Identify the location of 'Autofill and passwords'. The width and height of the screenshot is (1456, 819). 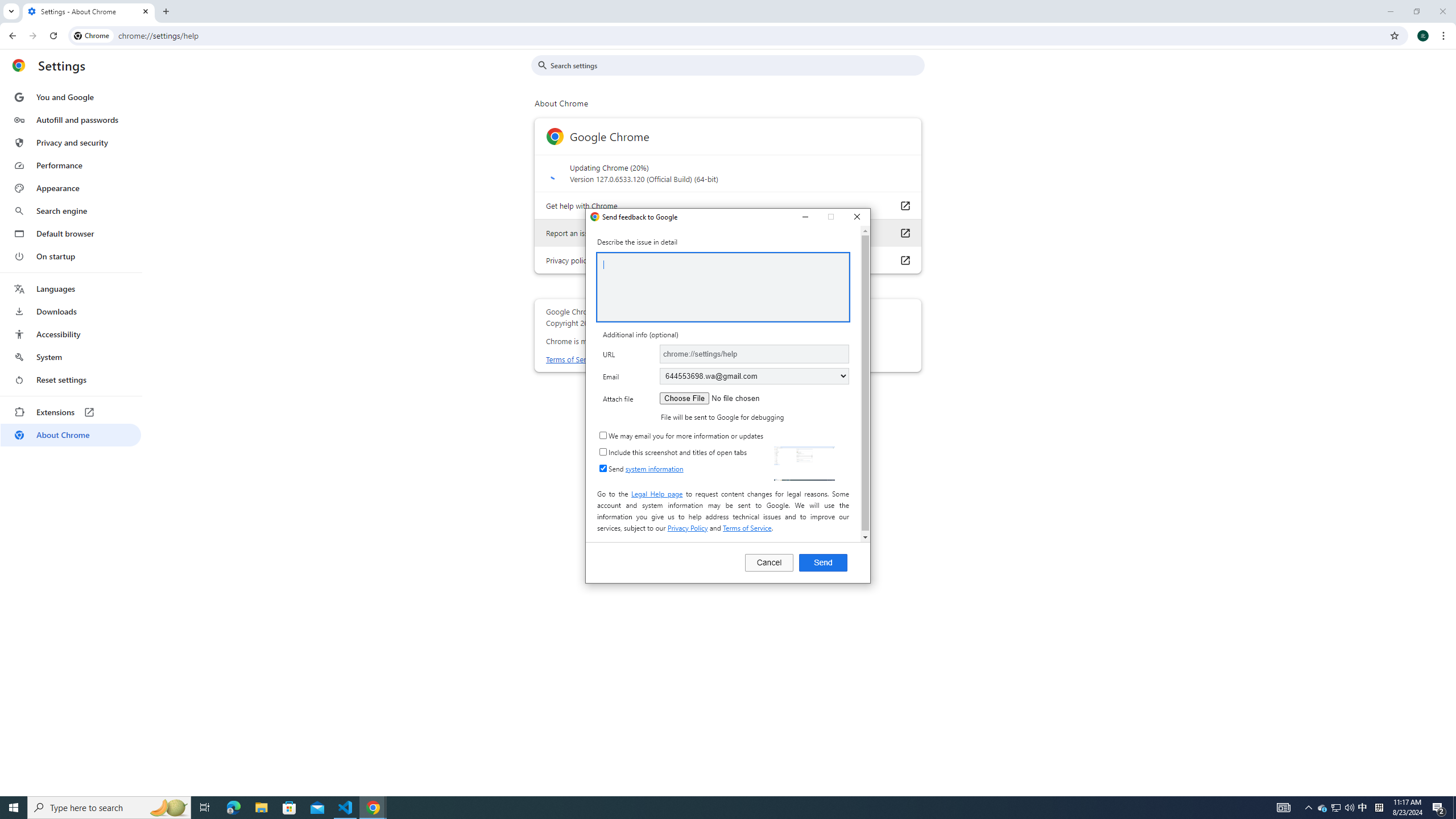
(70, 119).